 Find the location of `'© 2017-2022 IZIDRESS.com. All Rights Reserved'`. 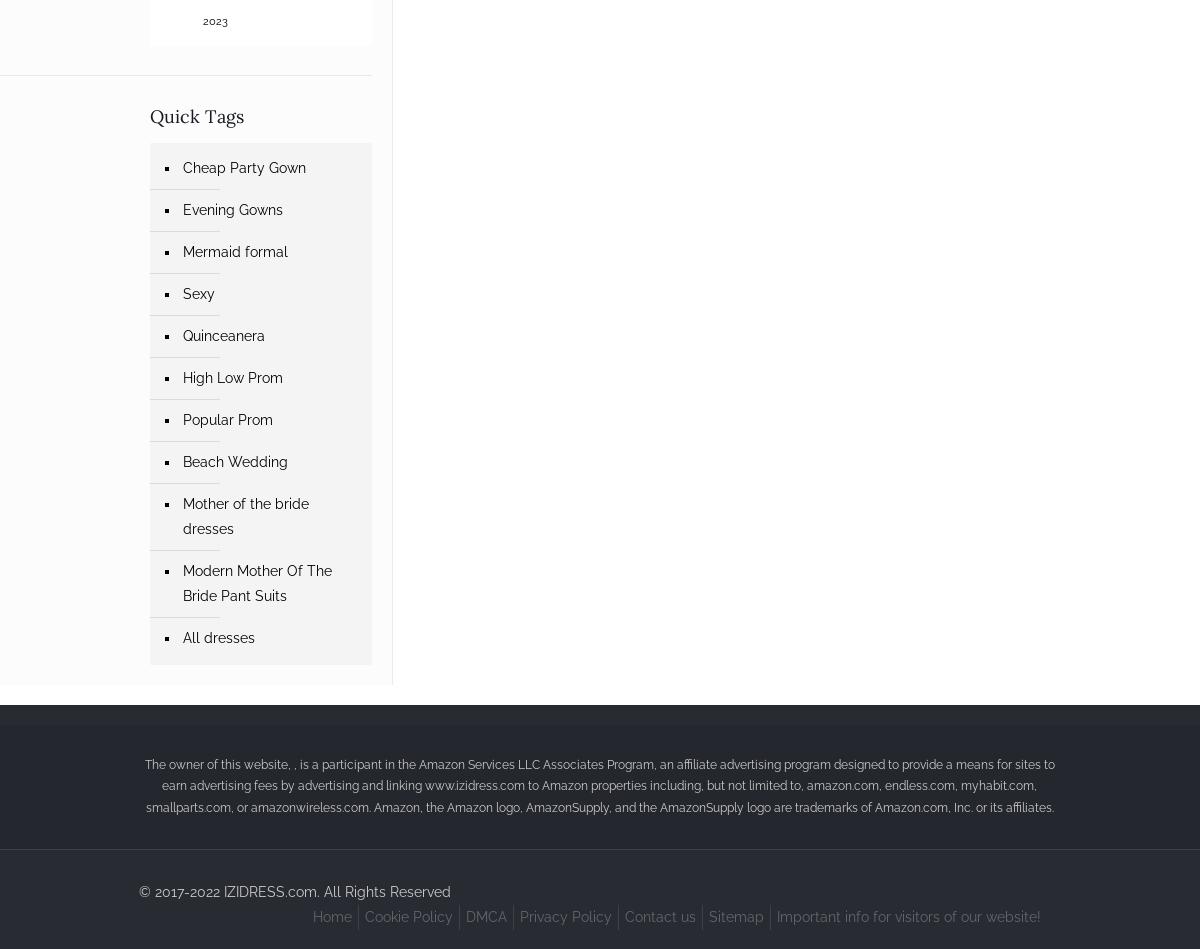

'© 2017-2022 IZIDRESS.com. All Rights Reserved' is located at coordinates (138, 890).